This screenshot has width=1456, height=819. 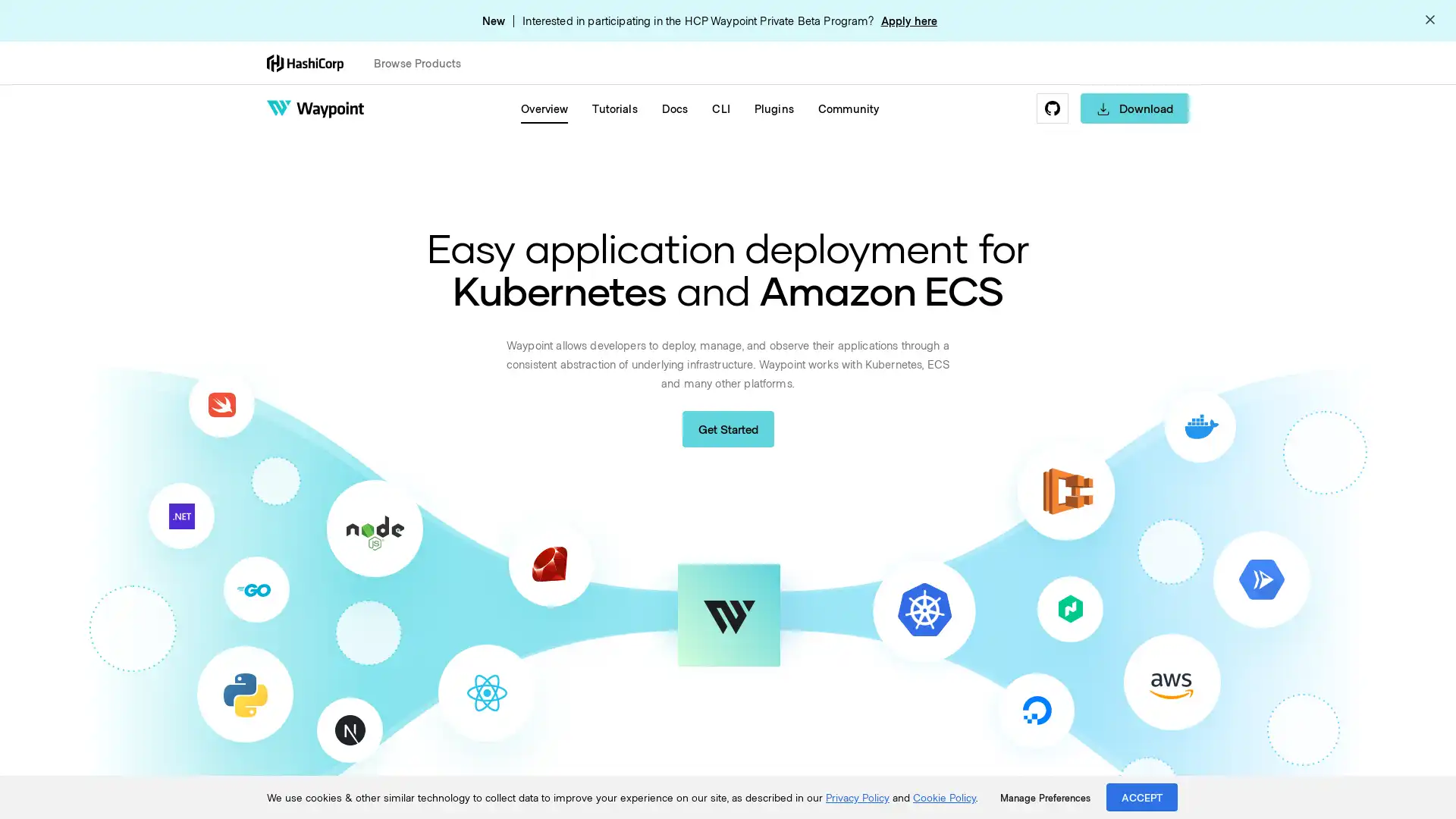 I want to click on Dismiss alert, so click(x=1429, y=20).